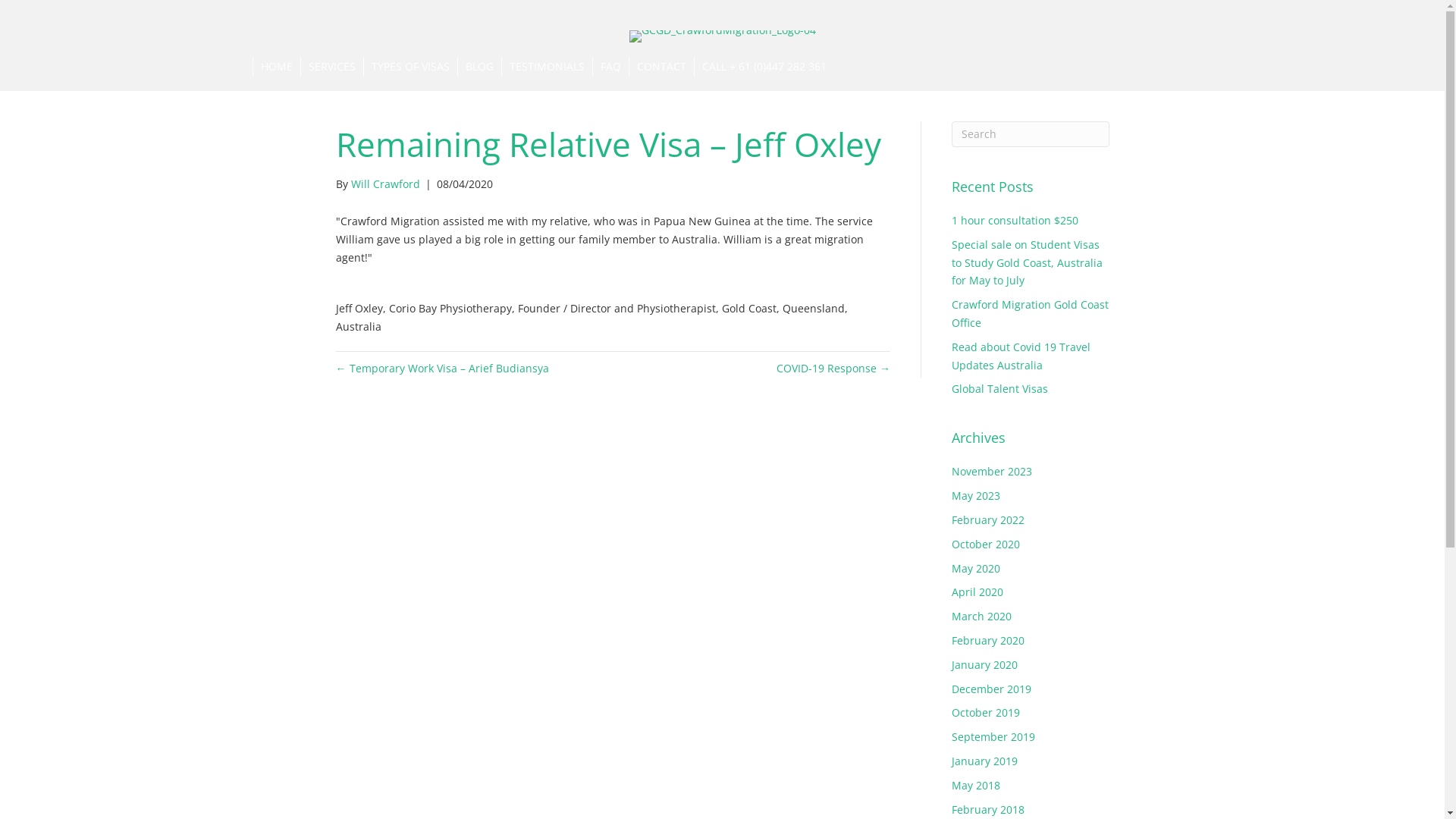 The width and height of the screenshot is (1456, 819). What do you see at coordinates (986, 543) in the screenshot?
I see `'October 2020'` at bounding box center [986, 543].